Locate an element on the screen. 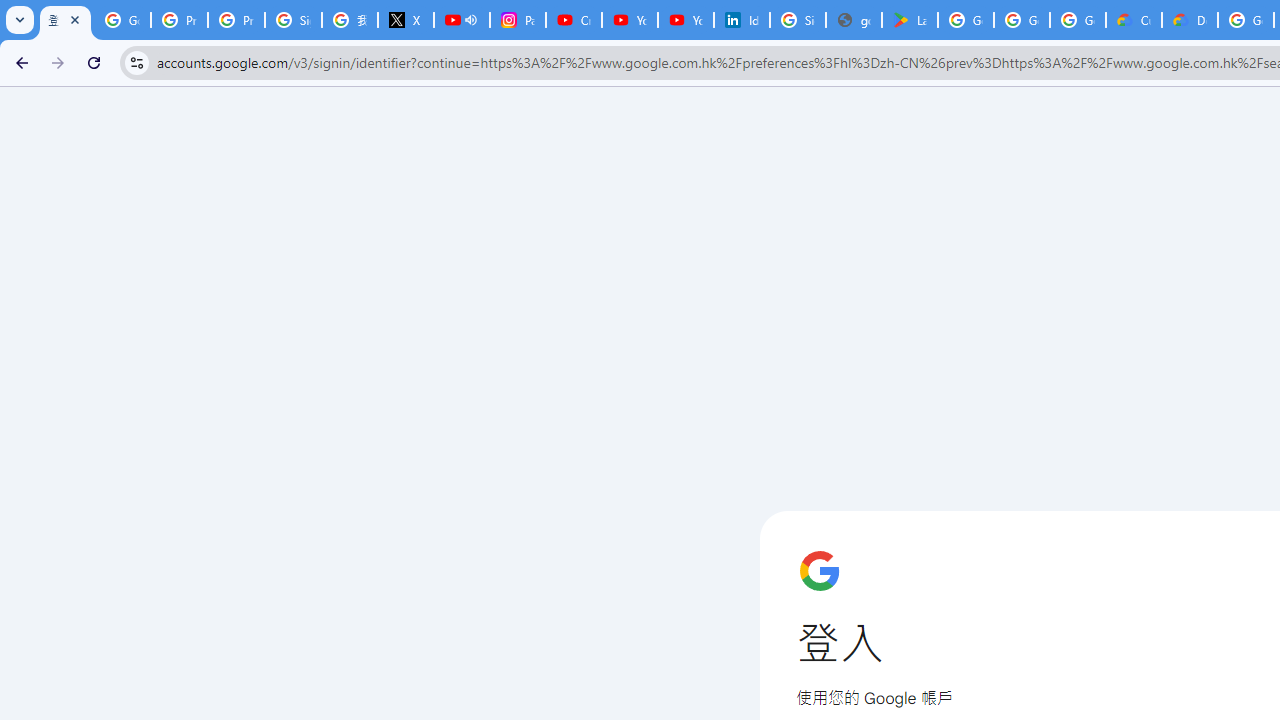 This screenshot has width=1280, height=720. 'Google Workspace - Specific Terms' is located at coordinates (1076, 20).